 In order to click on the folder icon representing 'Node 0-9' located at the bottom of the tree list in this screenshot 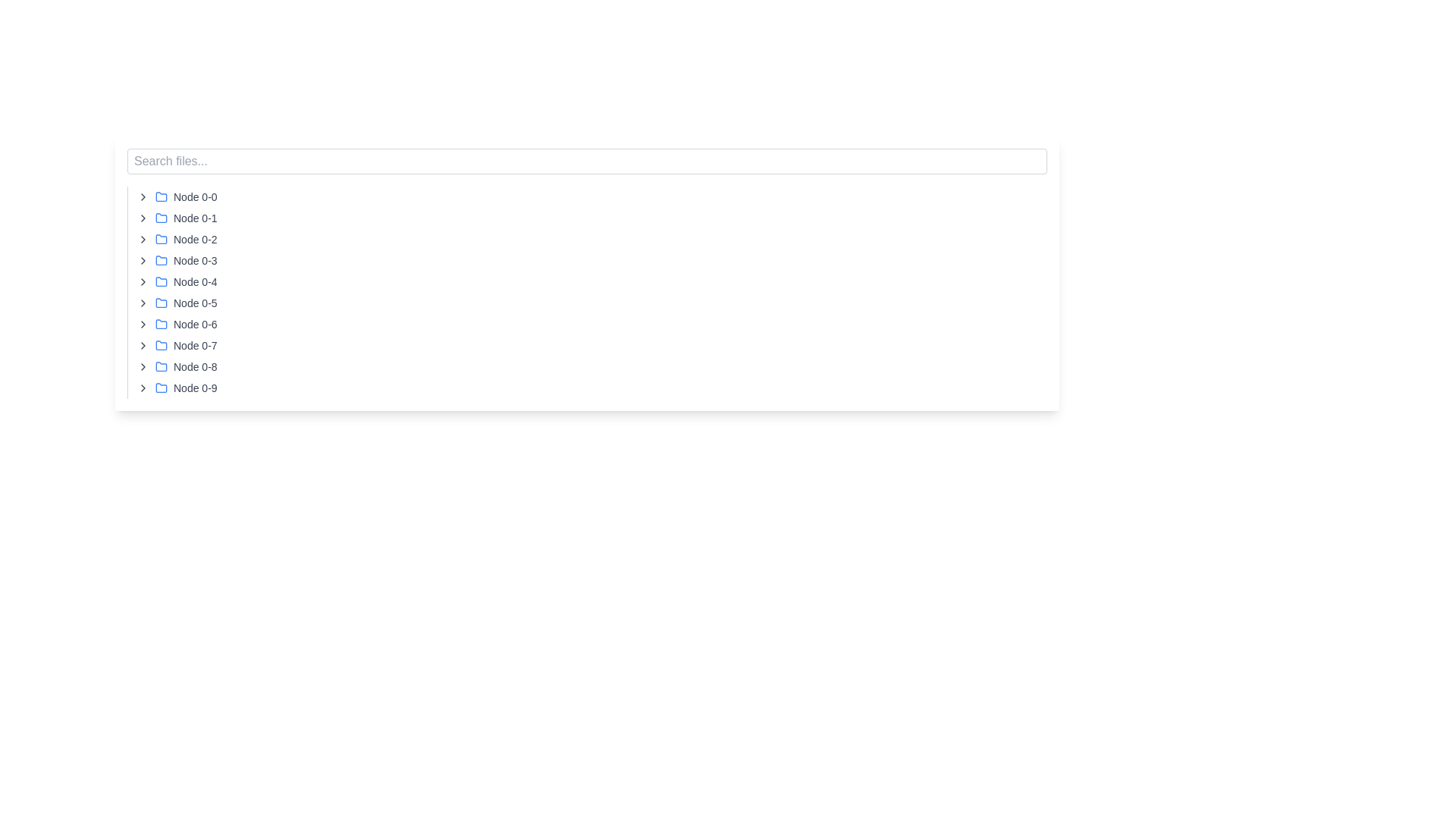, I will do `click(161, 386)`.